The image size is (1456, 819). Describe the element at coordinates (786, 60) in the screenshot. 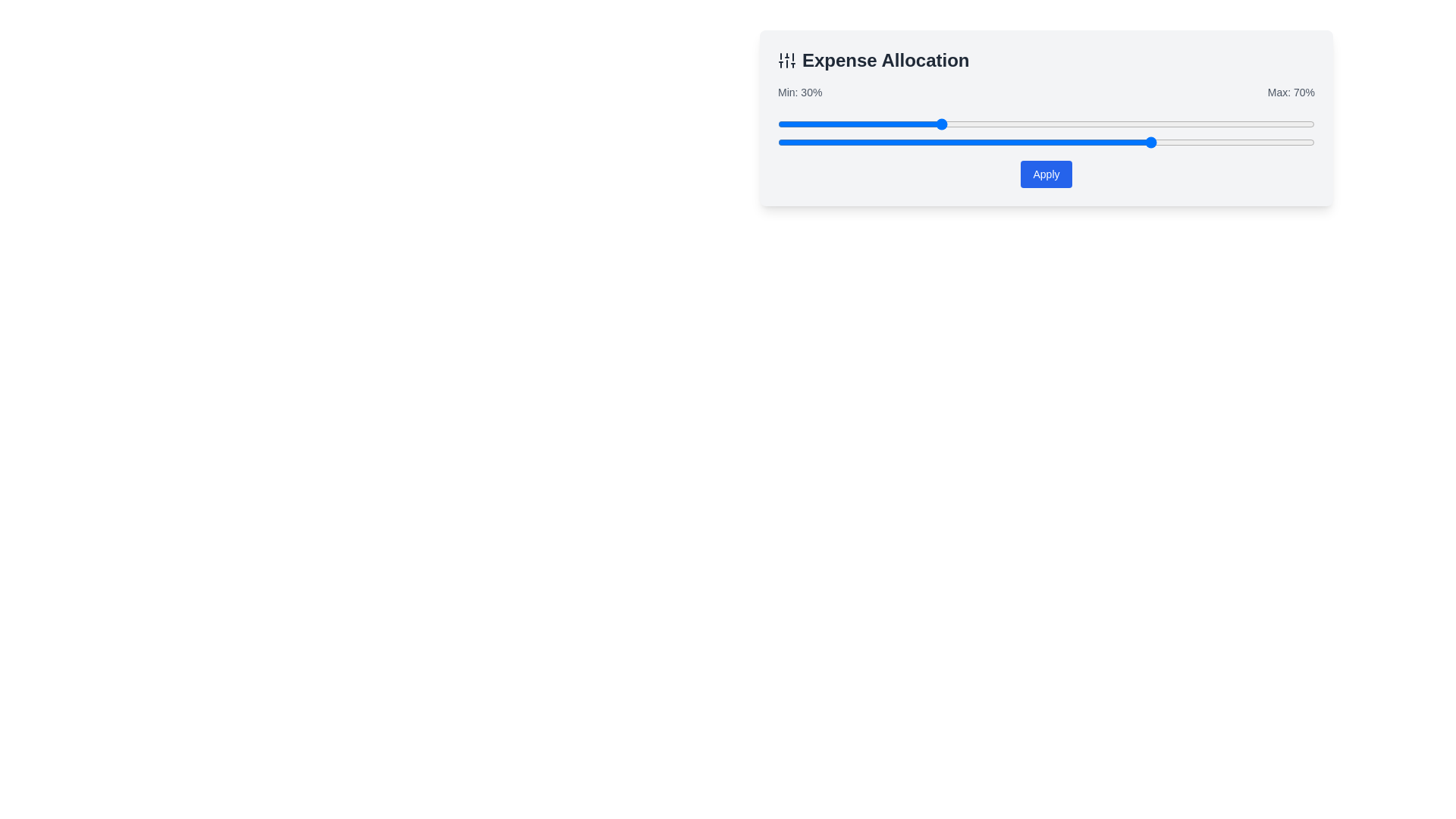

I see `the customization/settings icon located at the top-left corner of the card, adjacent to the title 'Expense Allocation.'` at that location.